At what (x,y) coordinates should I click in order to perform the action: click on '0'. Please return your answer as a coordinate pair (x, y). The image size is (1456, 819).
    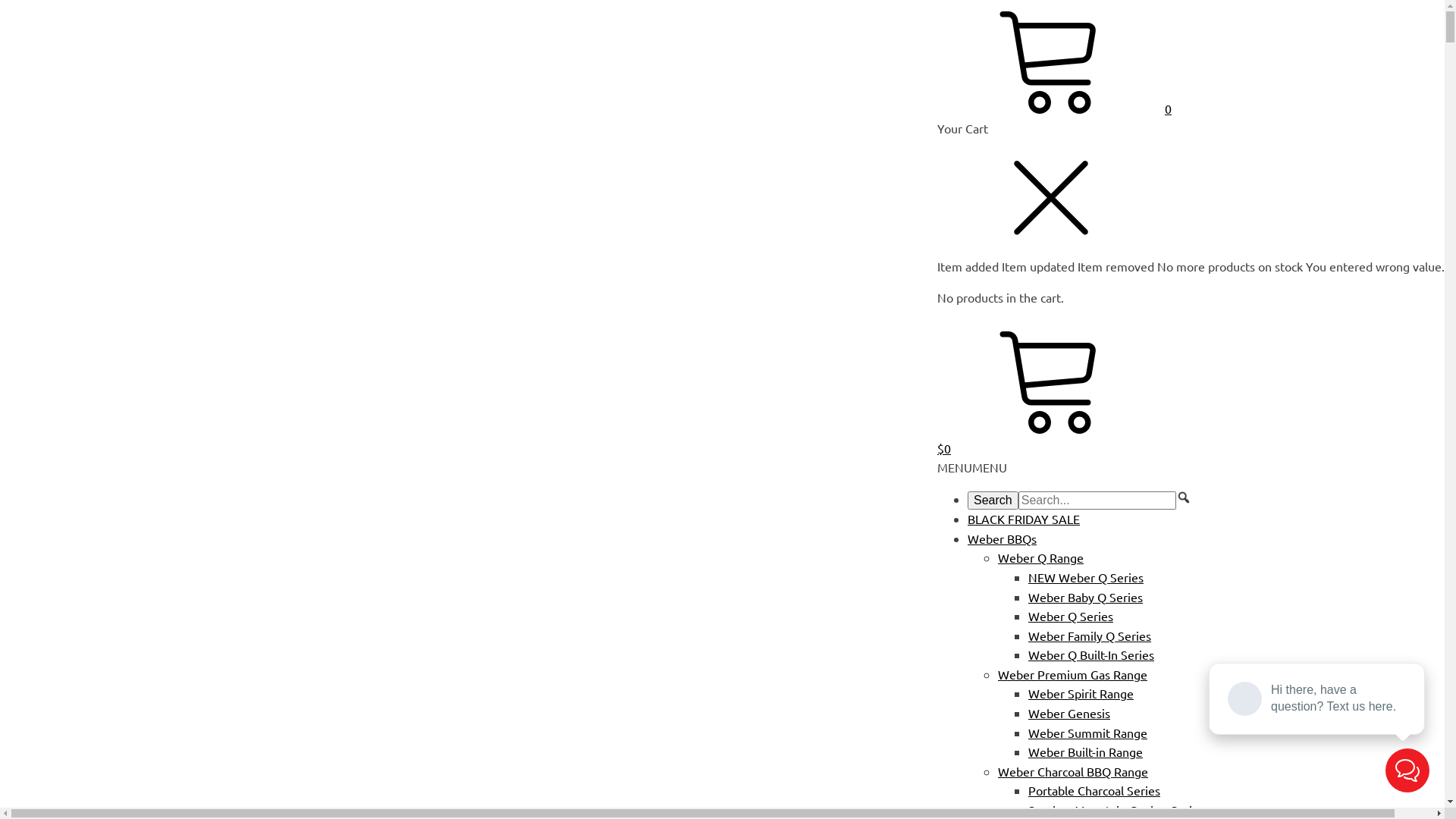
    Looking at the image, I should click on (1053, 107).